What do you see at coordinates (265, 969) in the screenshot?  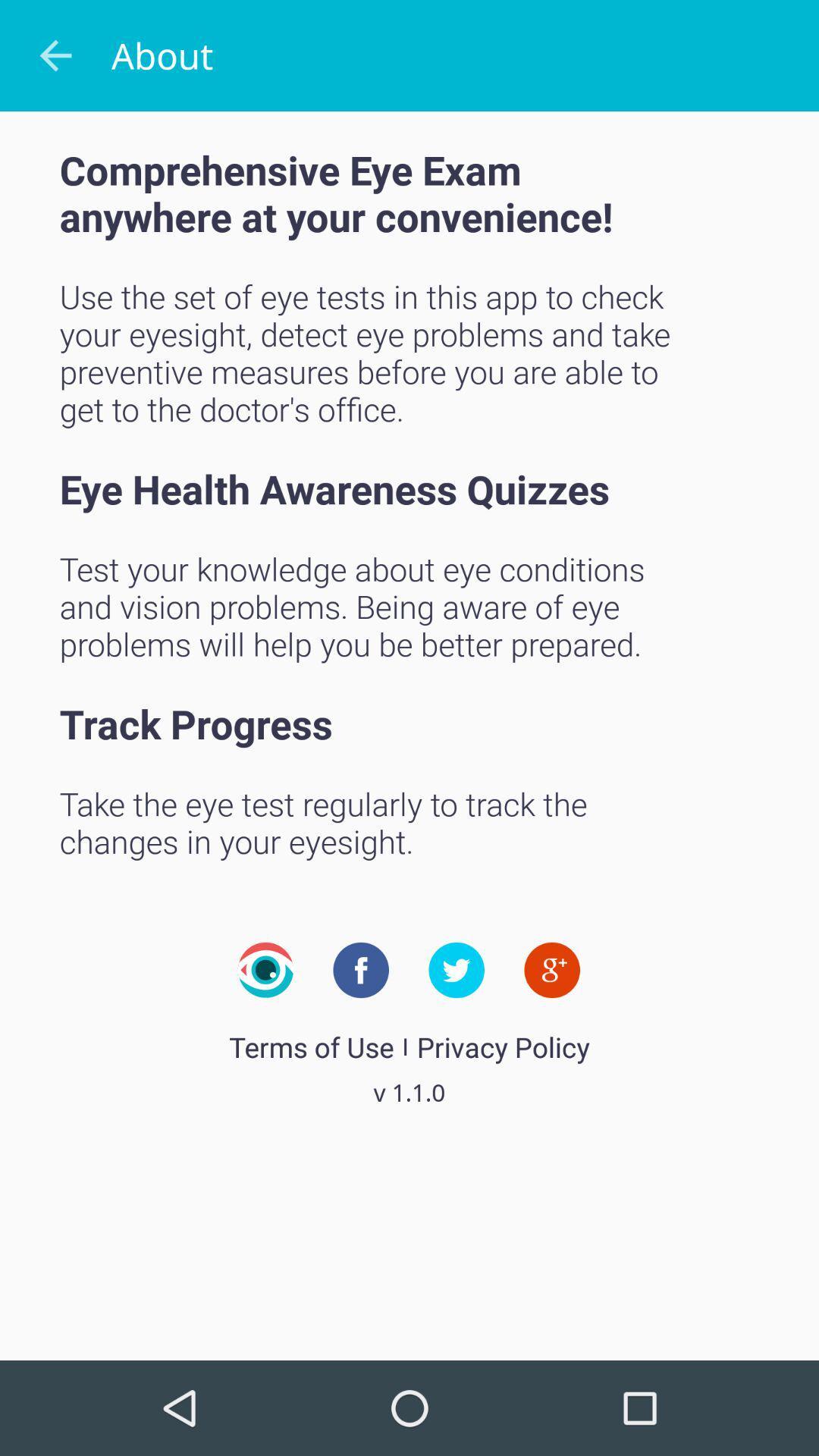 I see `the visibility icon` at bounding box center [265, 969].